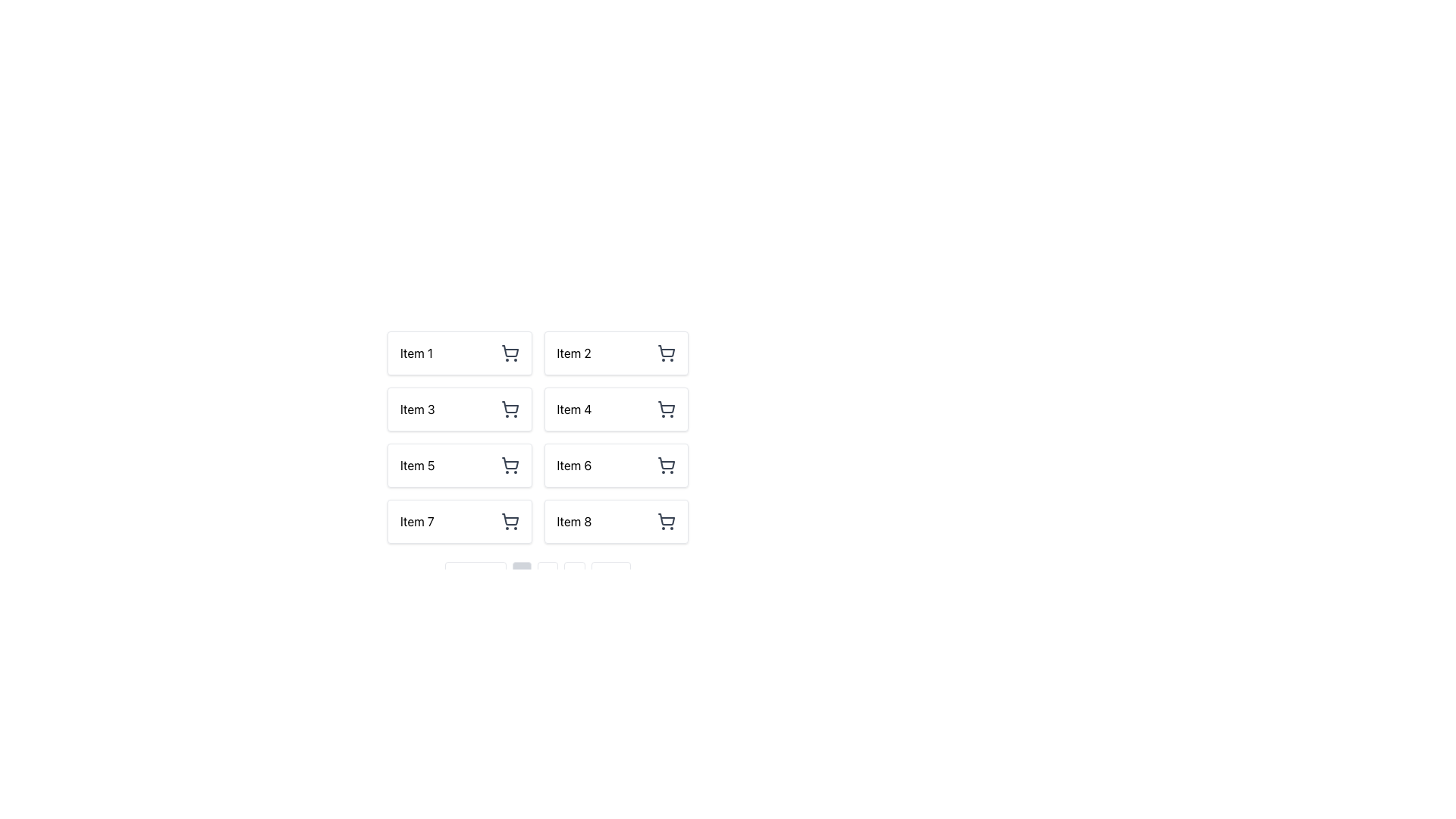 This screenshot has width=1456, height=819. Describe the element at coordinates (666, 519) in the screenshot. I see `the shopping cart icon representing 'Item 8' in the online shopping interface` at that location.